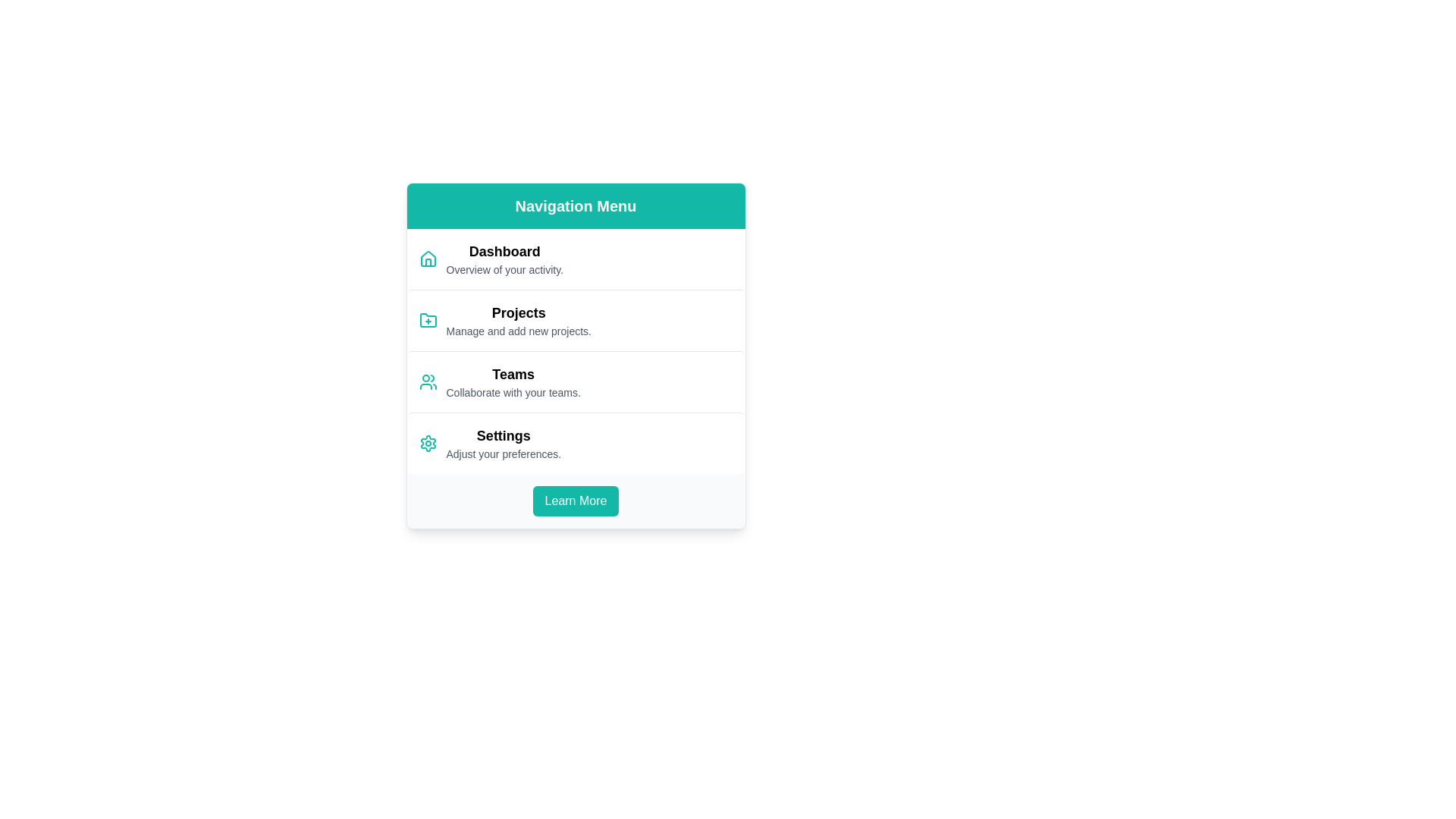  Describe the element at coordinates (575, 319) in the screenshot. I see `to select the second navigational option in the vertical list, which is intended for accessing or managing projects` at that location.